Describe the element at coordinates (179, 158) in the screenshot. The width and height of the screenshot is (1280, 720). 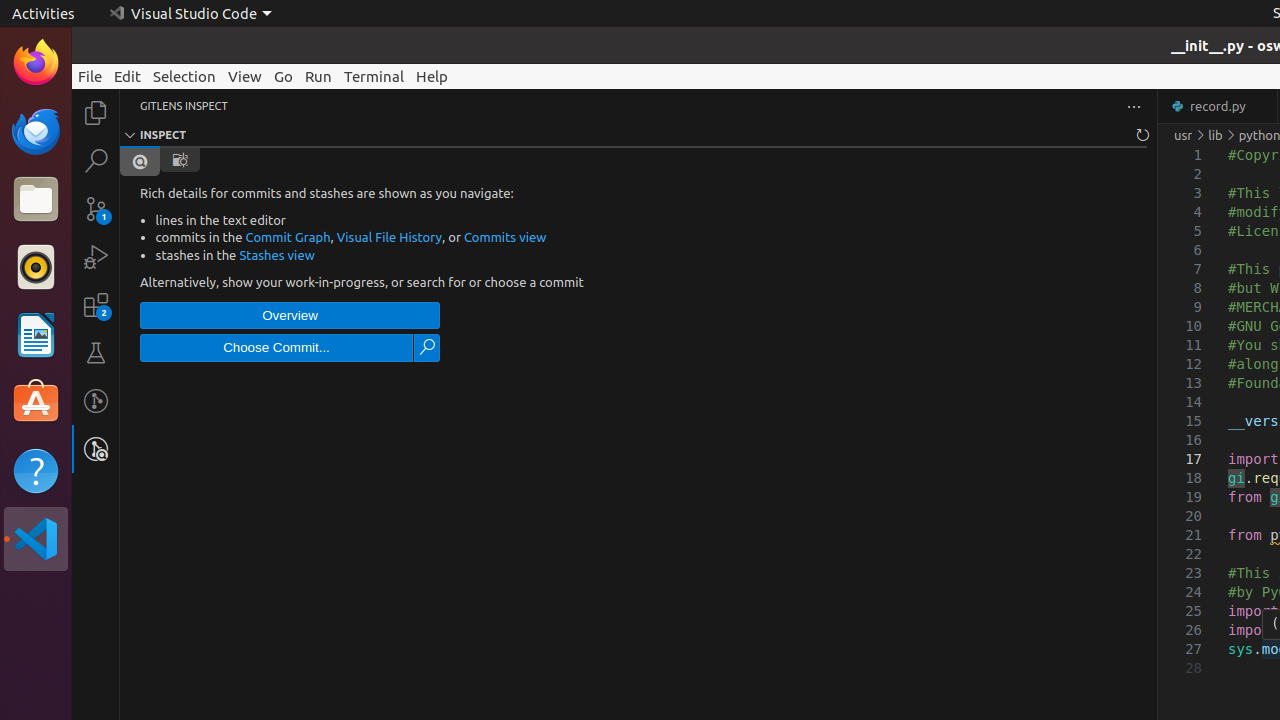
I see `''` at that location.